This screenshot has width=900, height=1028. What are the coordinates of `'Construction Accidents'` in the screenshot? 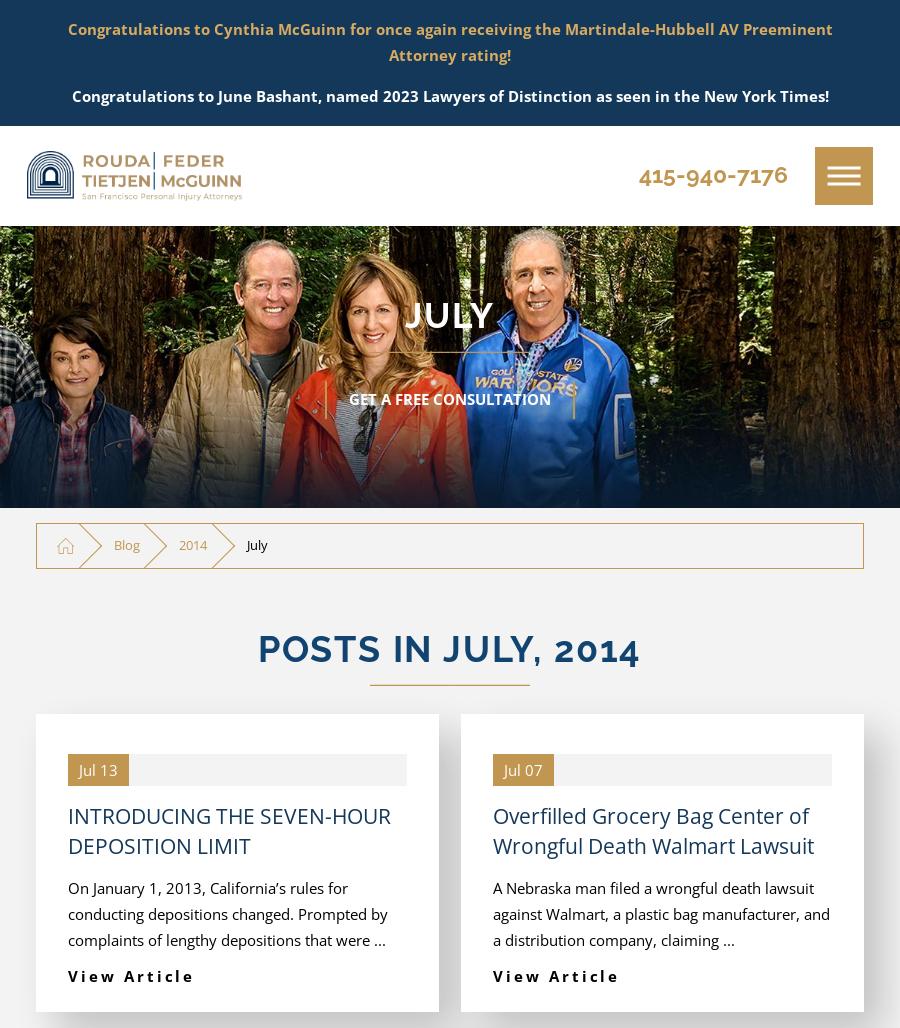 It's located at (190, 658).